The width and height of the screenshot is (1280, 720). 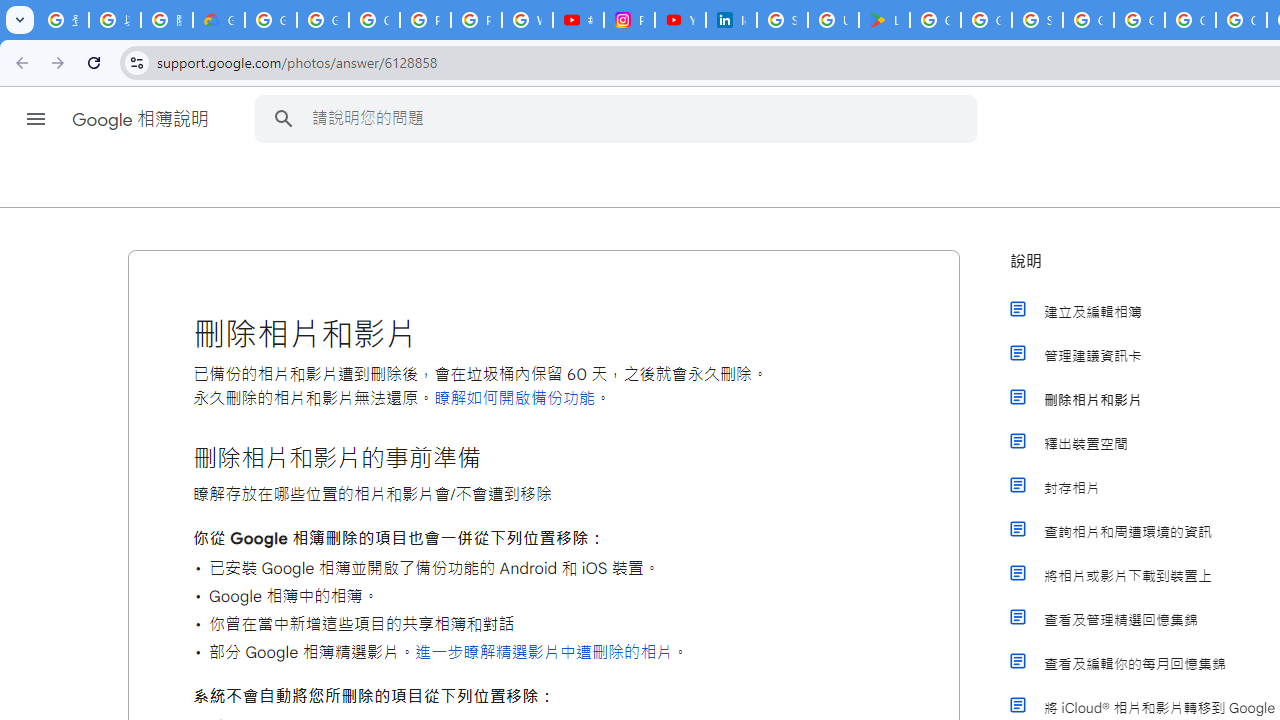 I want to click on 'Google Cloud Platform', so click(x=1139, y=20).